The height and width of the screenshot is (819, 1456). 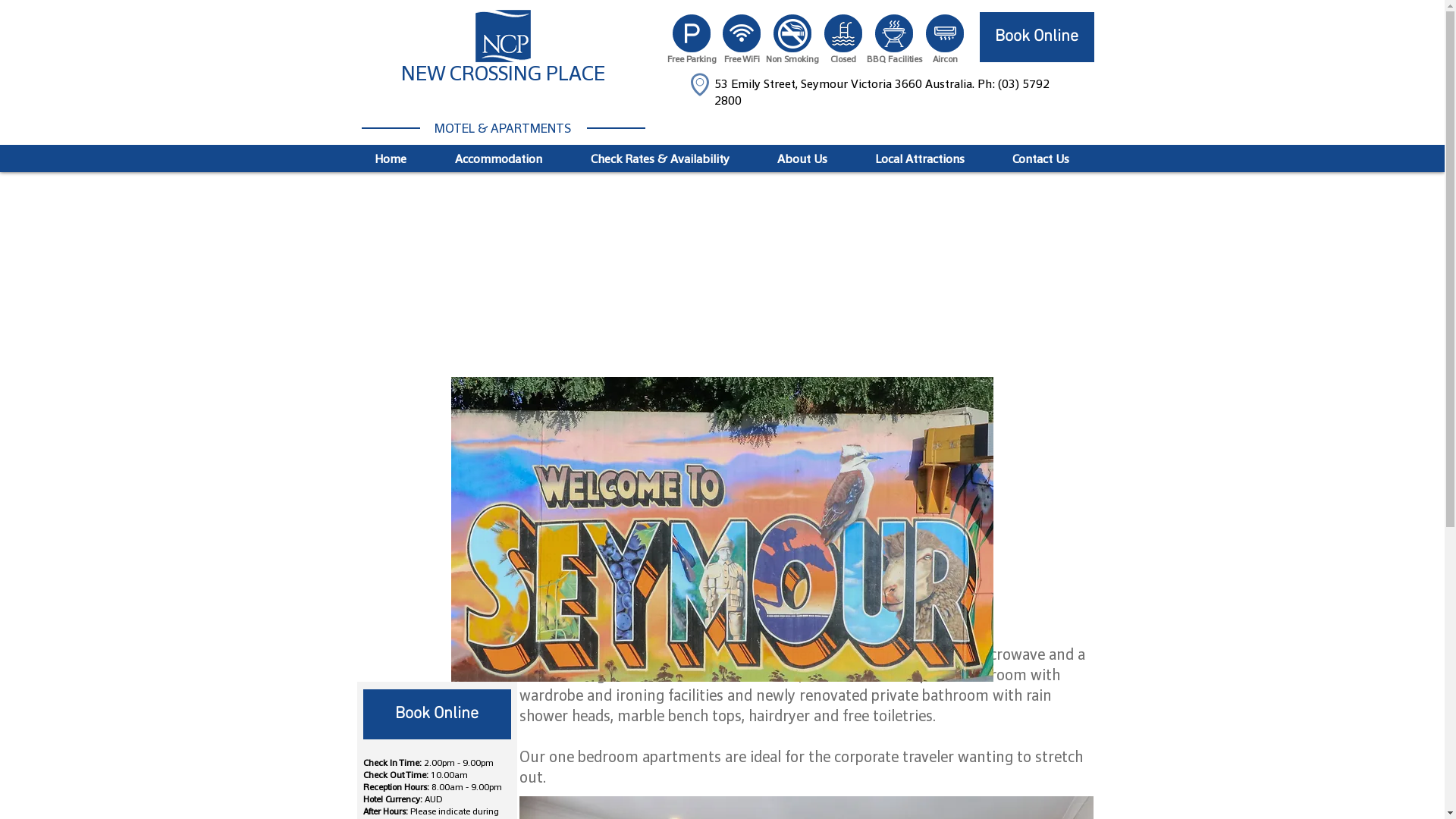 What do you see at coordinates (741, 33) in the screenshot?
I see `'icon_wifi-w.png'` at bounding box center [741, 33].